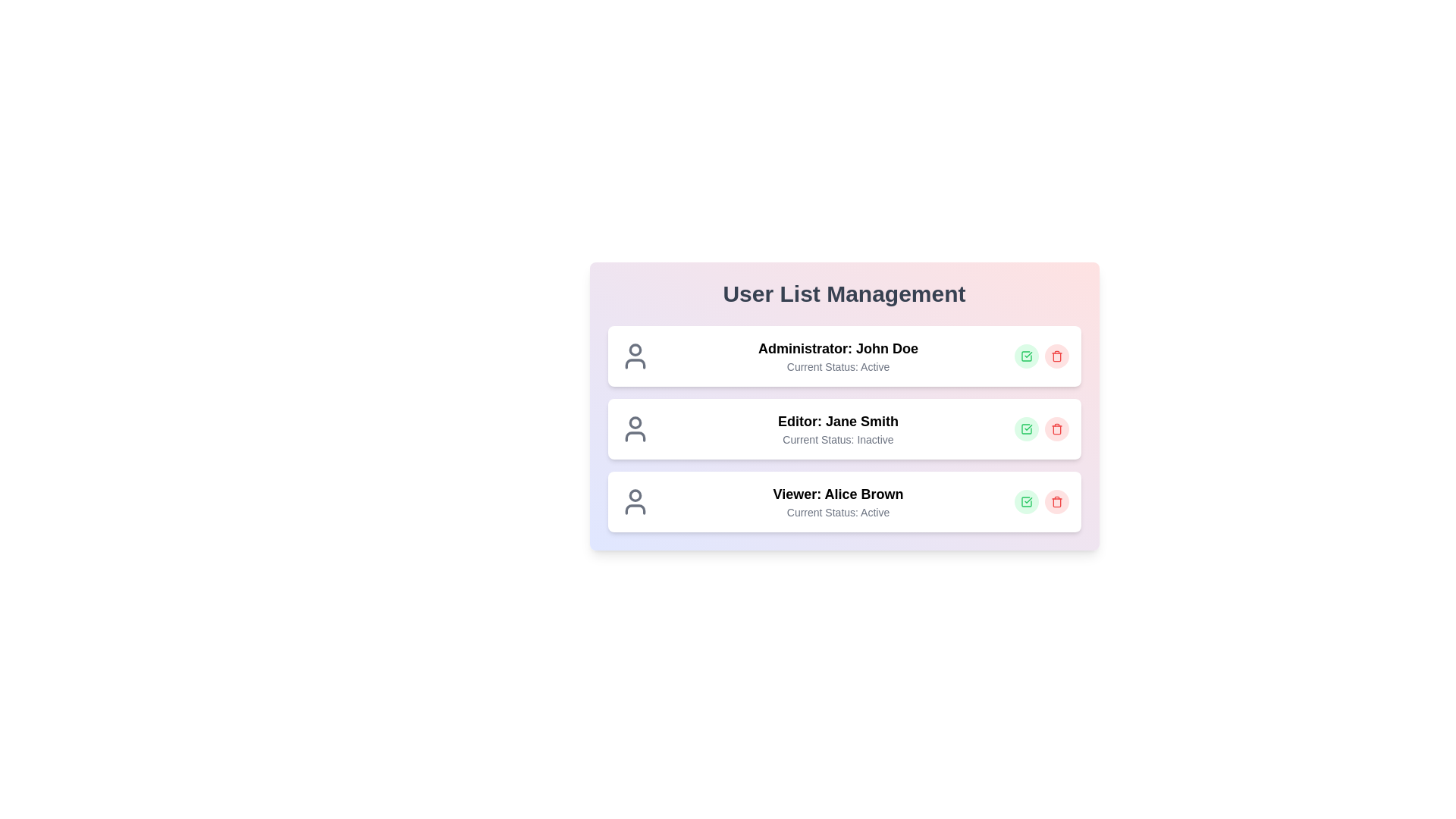 Image resolution: width=1456 pixels, height=819 pixels. Describe the element at coordinates (837, 429) in the screenshot. I see `the text display component labeled 'Editor: Jane Smith' that shows the current status as 'Inactive'` at that location.